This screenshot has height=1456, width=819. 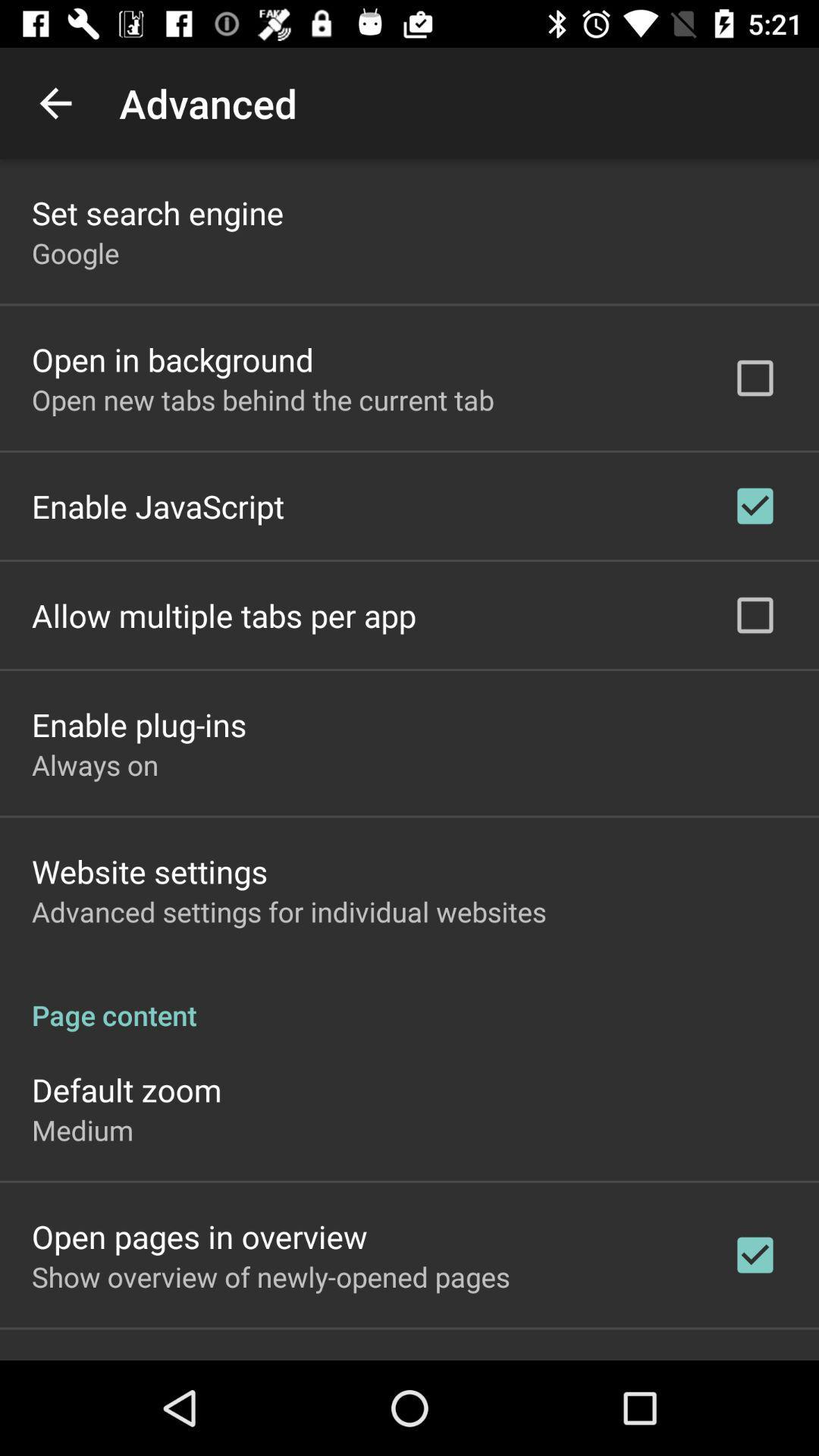 I want to click on the medium item, so click(x=83, y=1130).